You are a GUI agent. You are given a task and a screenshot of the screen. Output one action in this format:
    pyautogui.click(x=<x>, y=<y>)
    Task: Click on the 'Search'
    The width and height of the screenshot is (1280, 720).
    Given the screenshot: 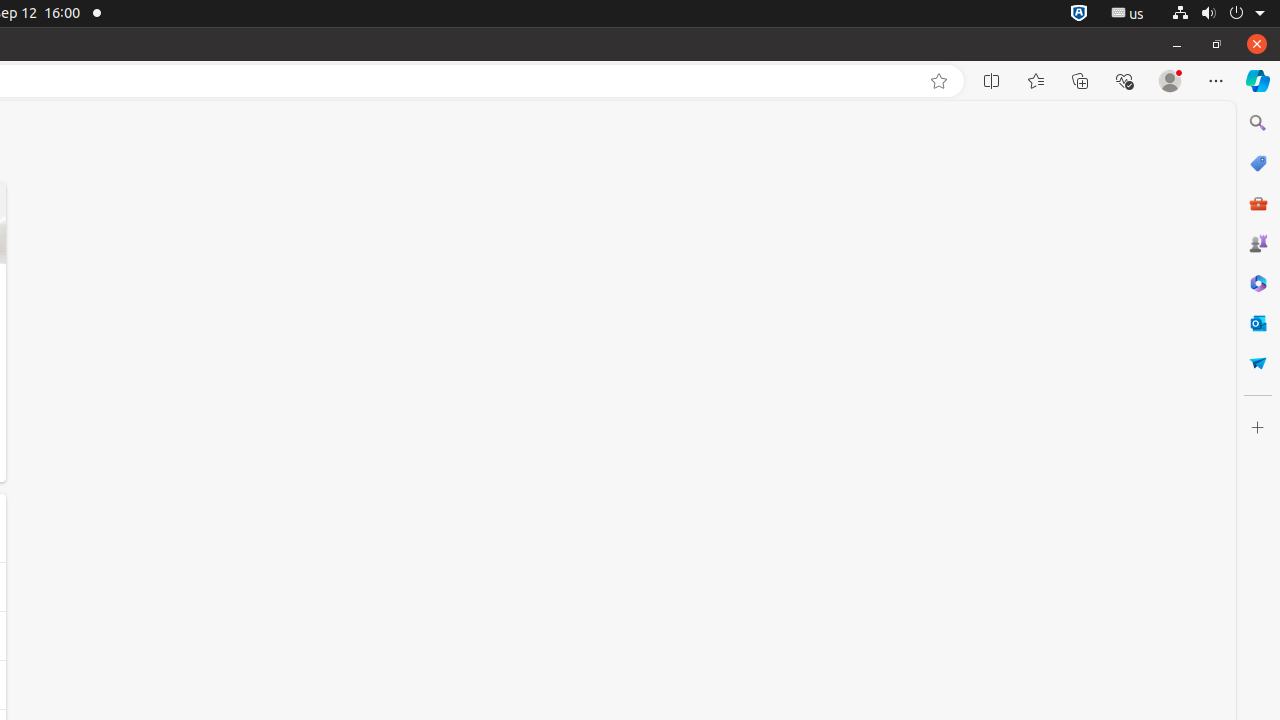 What is the action you would take?
    pyautogui.click(x=1256, y=122)
    